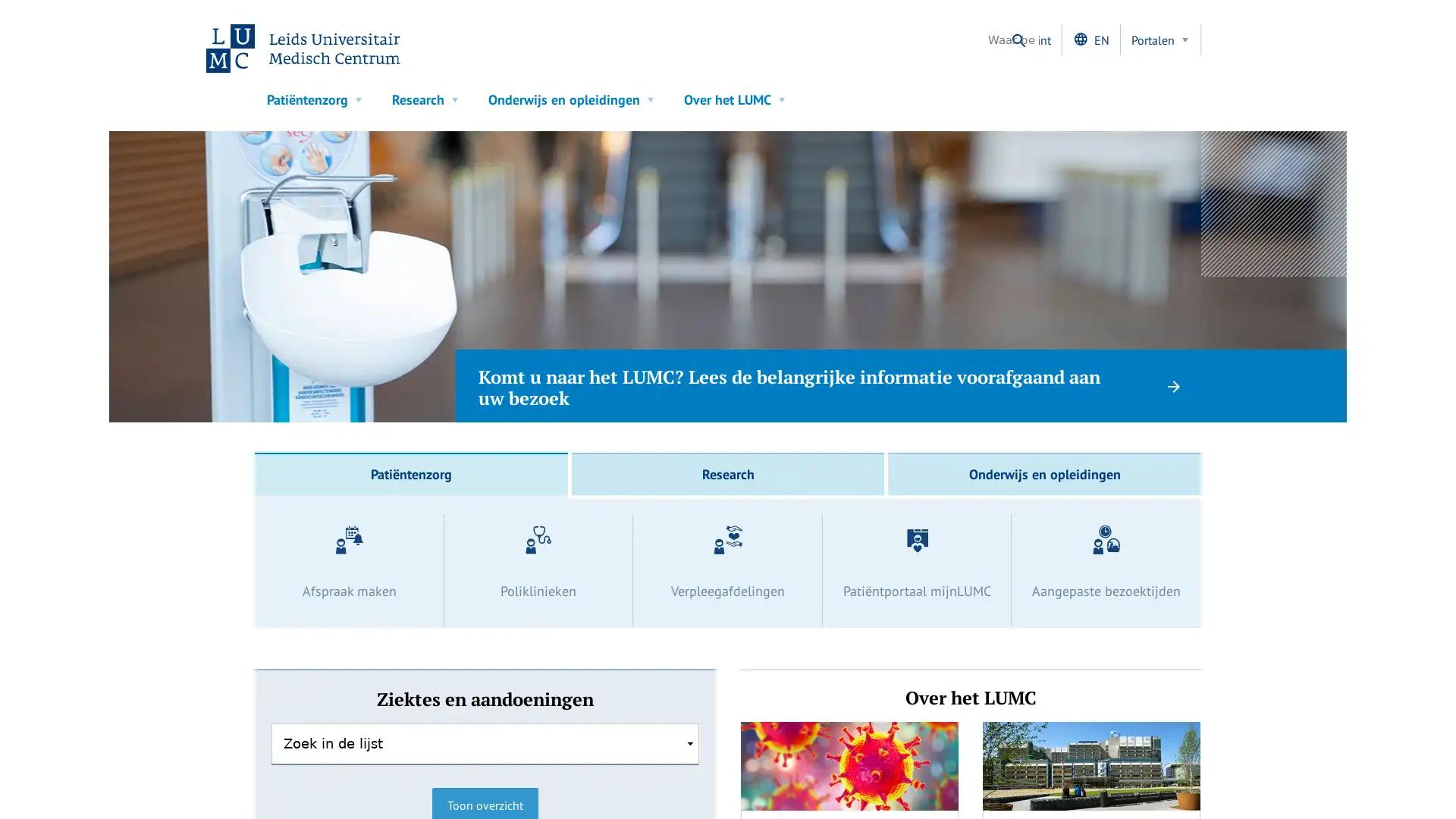 The image size is (1456, 819). Describe the element at coordinates (1160, 39) in the screenshot. I see `Portalen` at that location.